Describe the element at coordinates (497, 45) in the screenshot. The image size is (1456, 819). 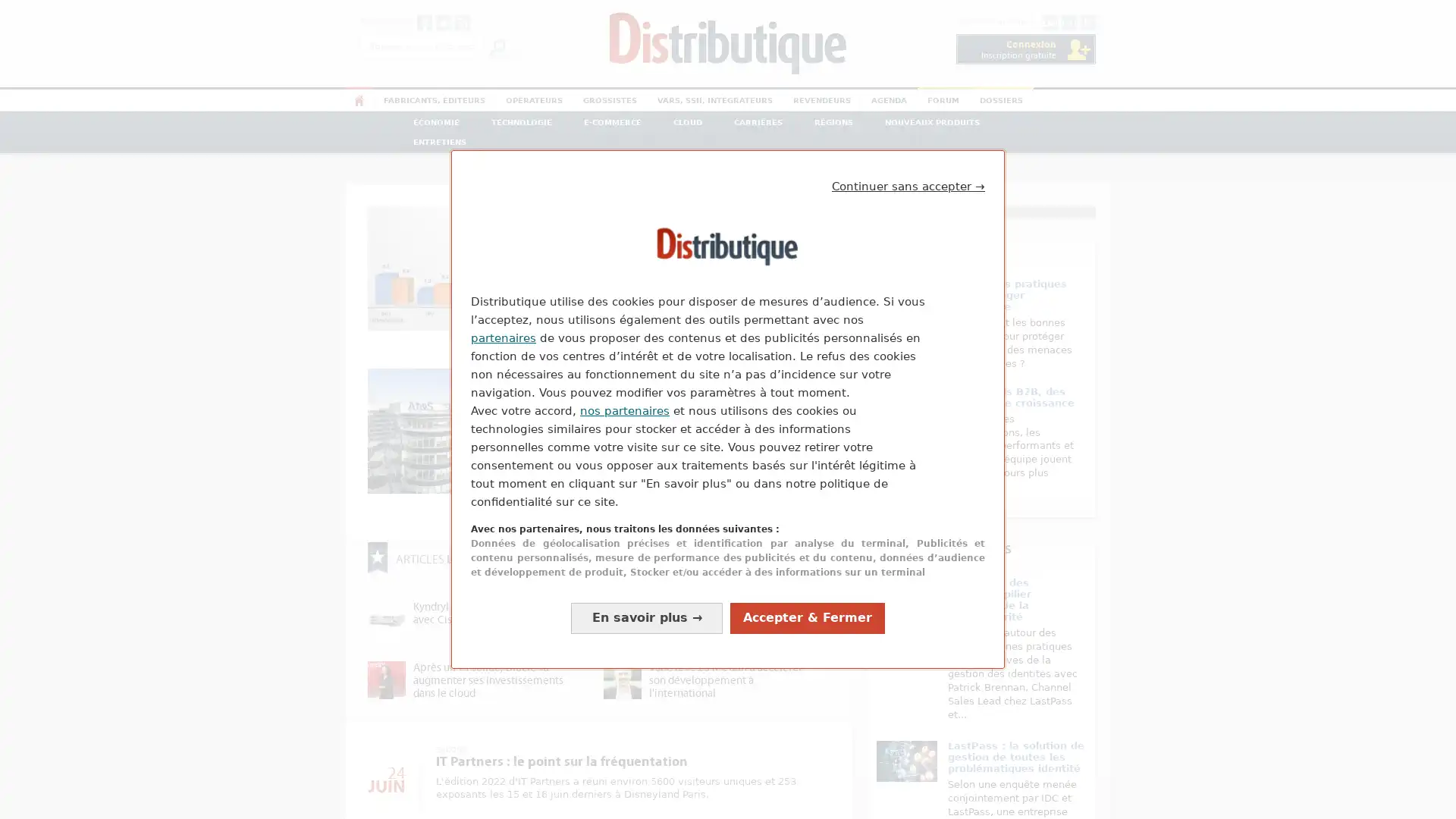
I see `Ok` at that location.